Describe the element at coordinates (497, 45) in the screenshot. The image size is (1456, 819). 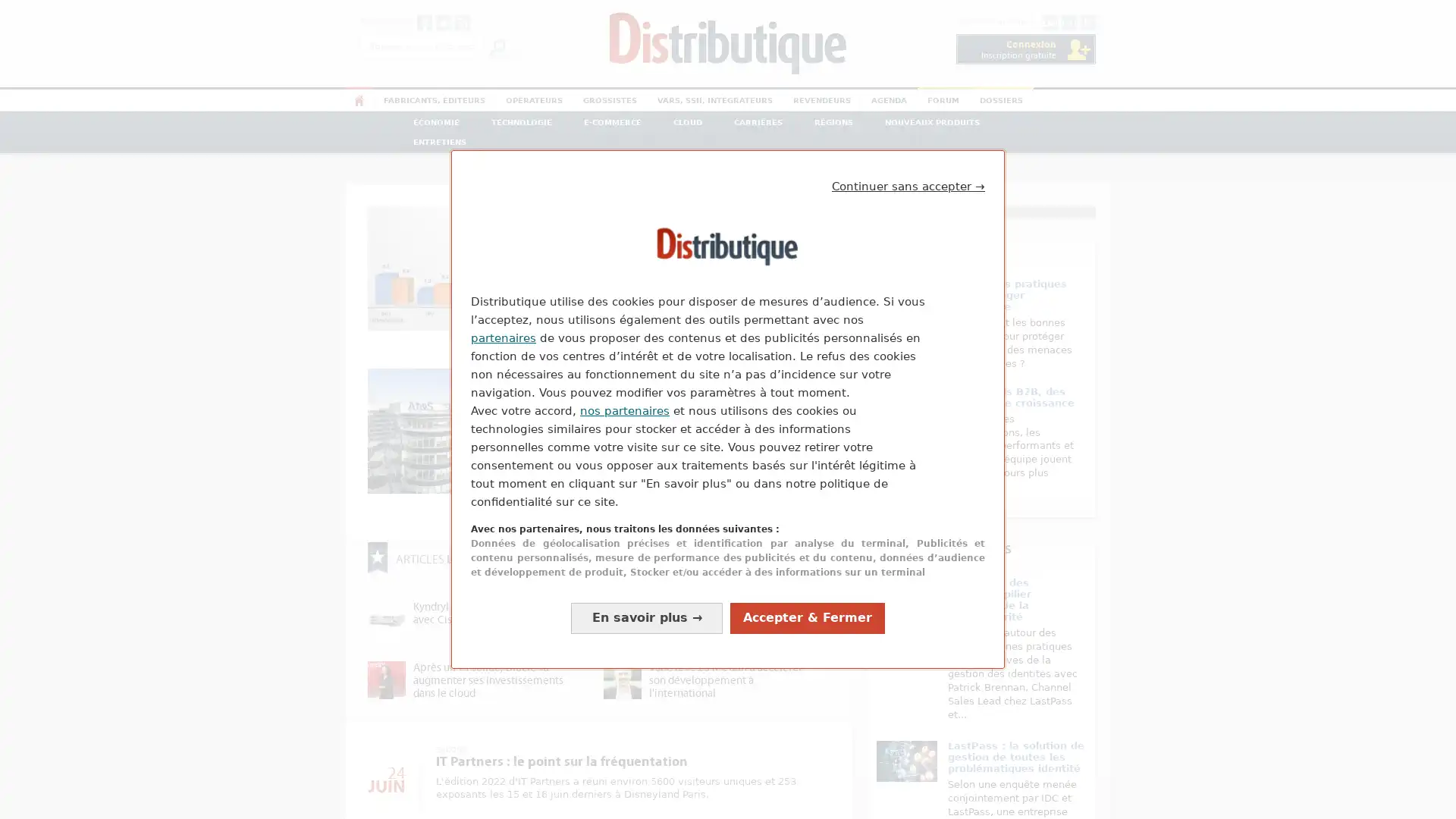
I see `Ok` at that location.